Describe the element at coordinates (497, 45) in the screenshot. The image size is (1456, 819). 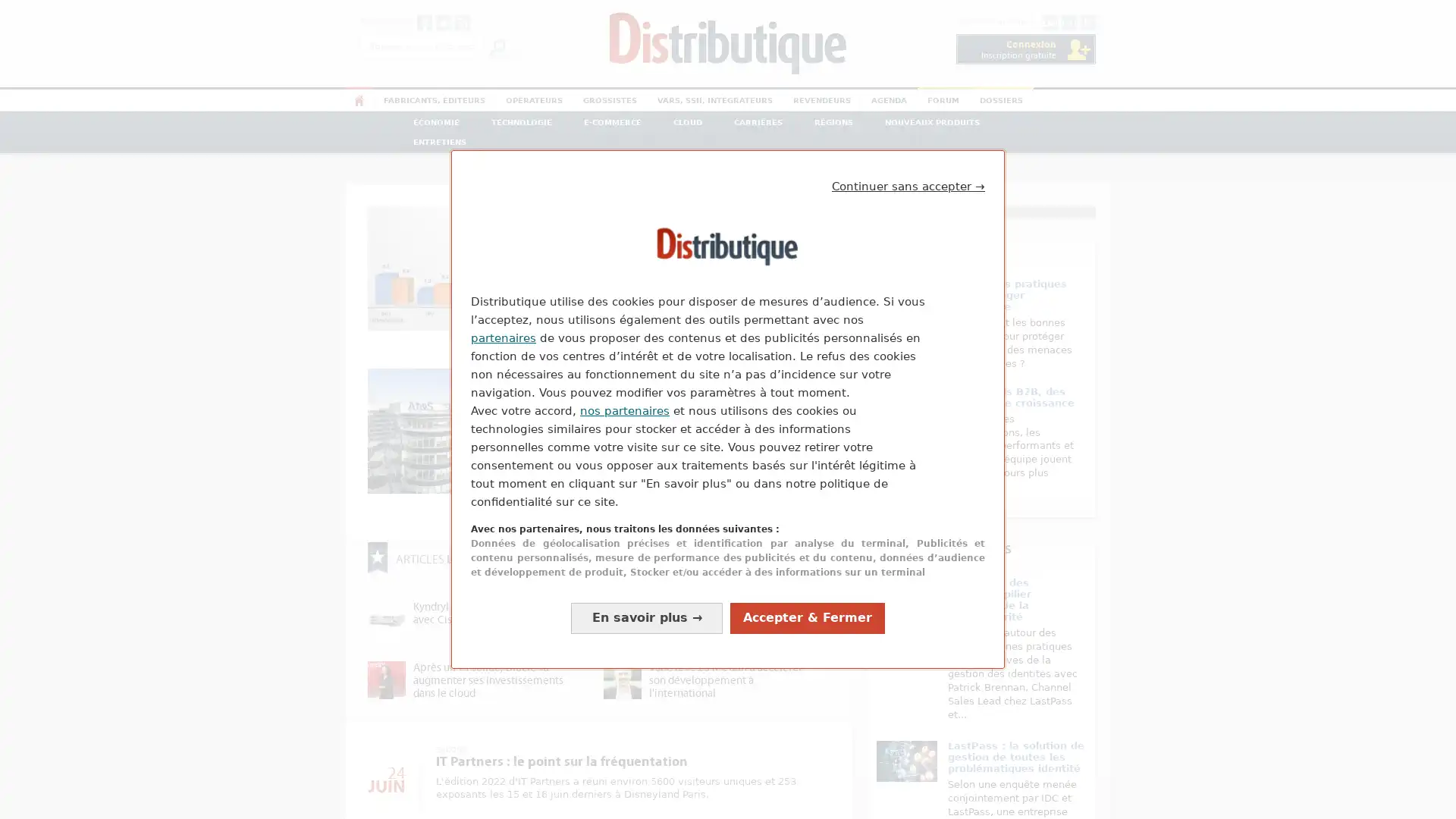
I see `Ok` at that location.